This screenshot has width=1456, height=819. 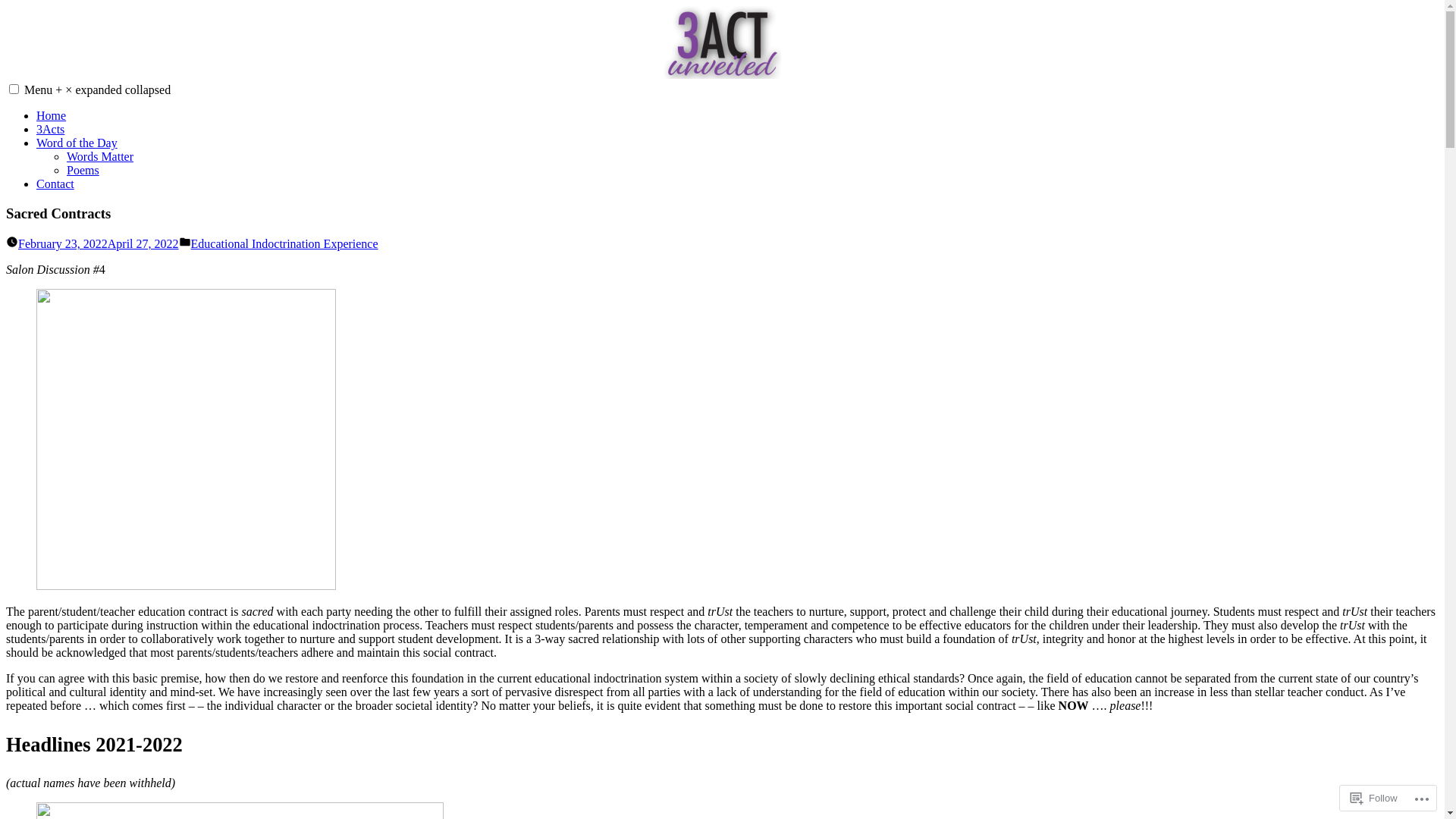 I want to click on 'February 23, 2022April 27, 2022', so click(x=97, y=243).